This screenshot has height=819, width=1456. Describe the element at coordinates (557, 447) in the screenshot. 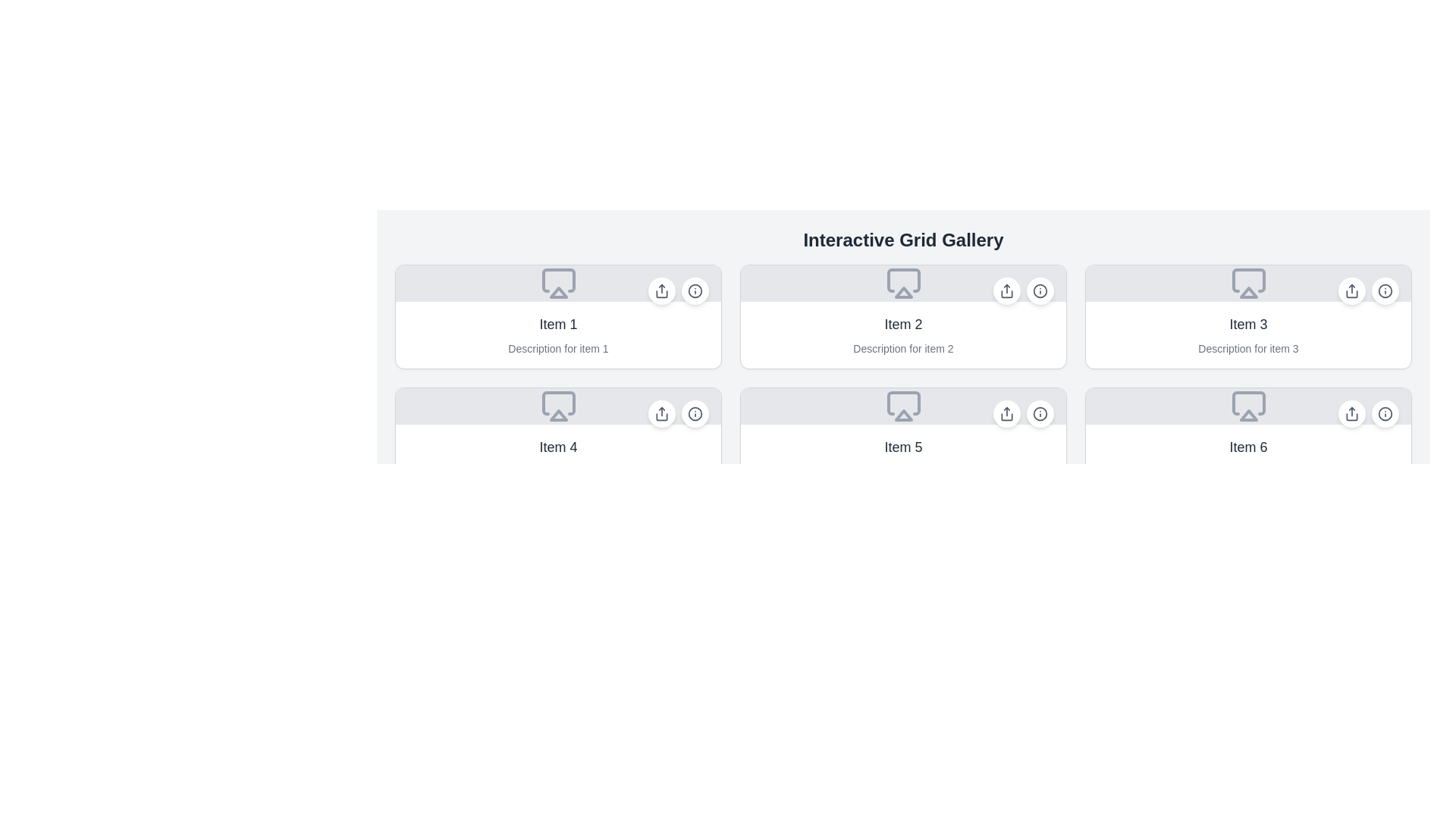

I see `text label displaying 'Item 4', which is a medium-sized, bold, dark gray text positioned in the second row, first column of a grid structure` at that location.